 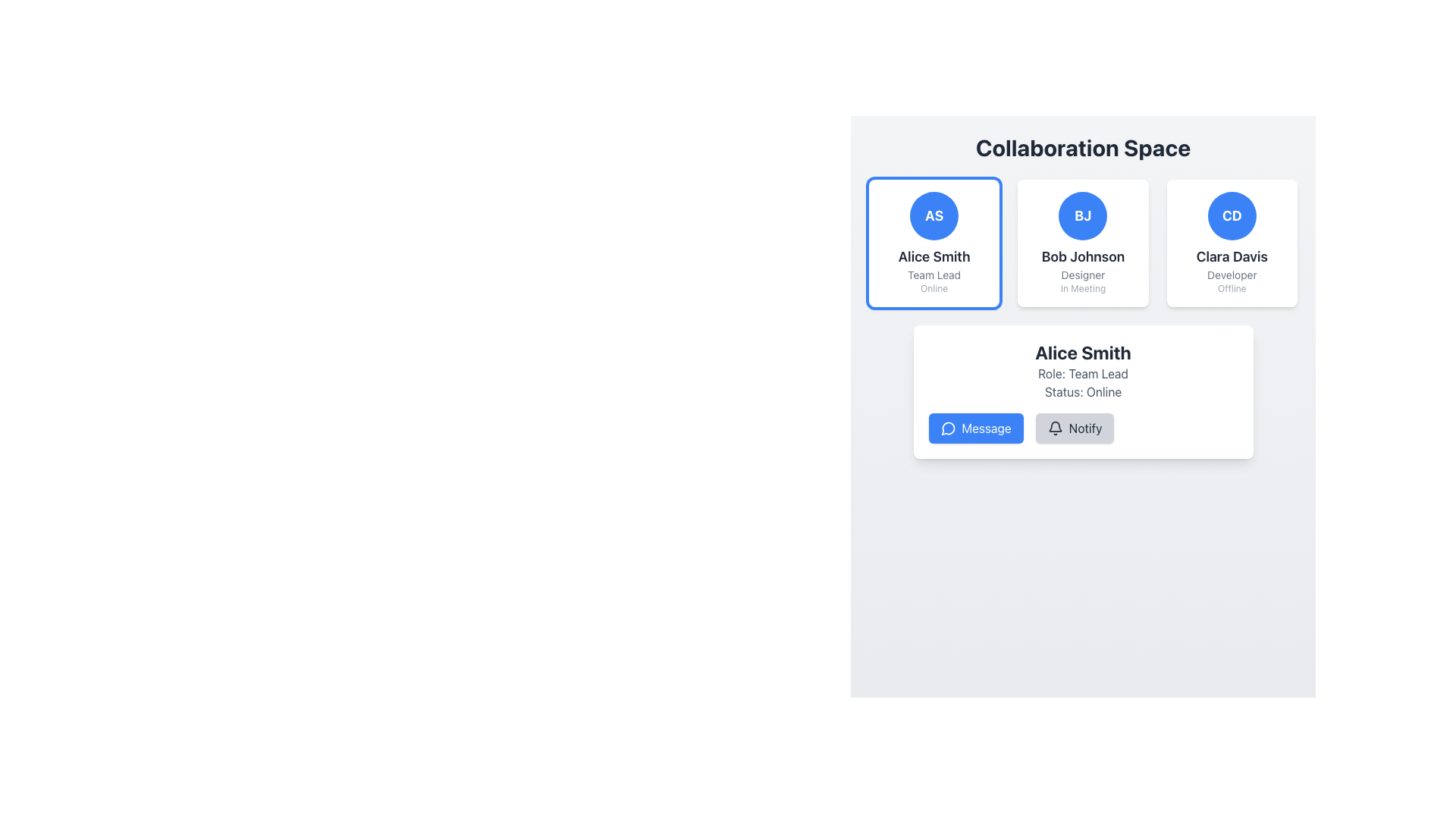 I want to click on the label displaying 'Bob Johnson', which is centrally aligned below the blue circular avatar labeled 'BJ' and above the descriptive text 'Designer', so click(x=1082, y=256).